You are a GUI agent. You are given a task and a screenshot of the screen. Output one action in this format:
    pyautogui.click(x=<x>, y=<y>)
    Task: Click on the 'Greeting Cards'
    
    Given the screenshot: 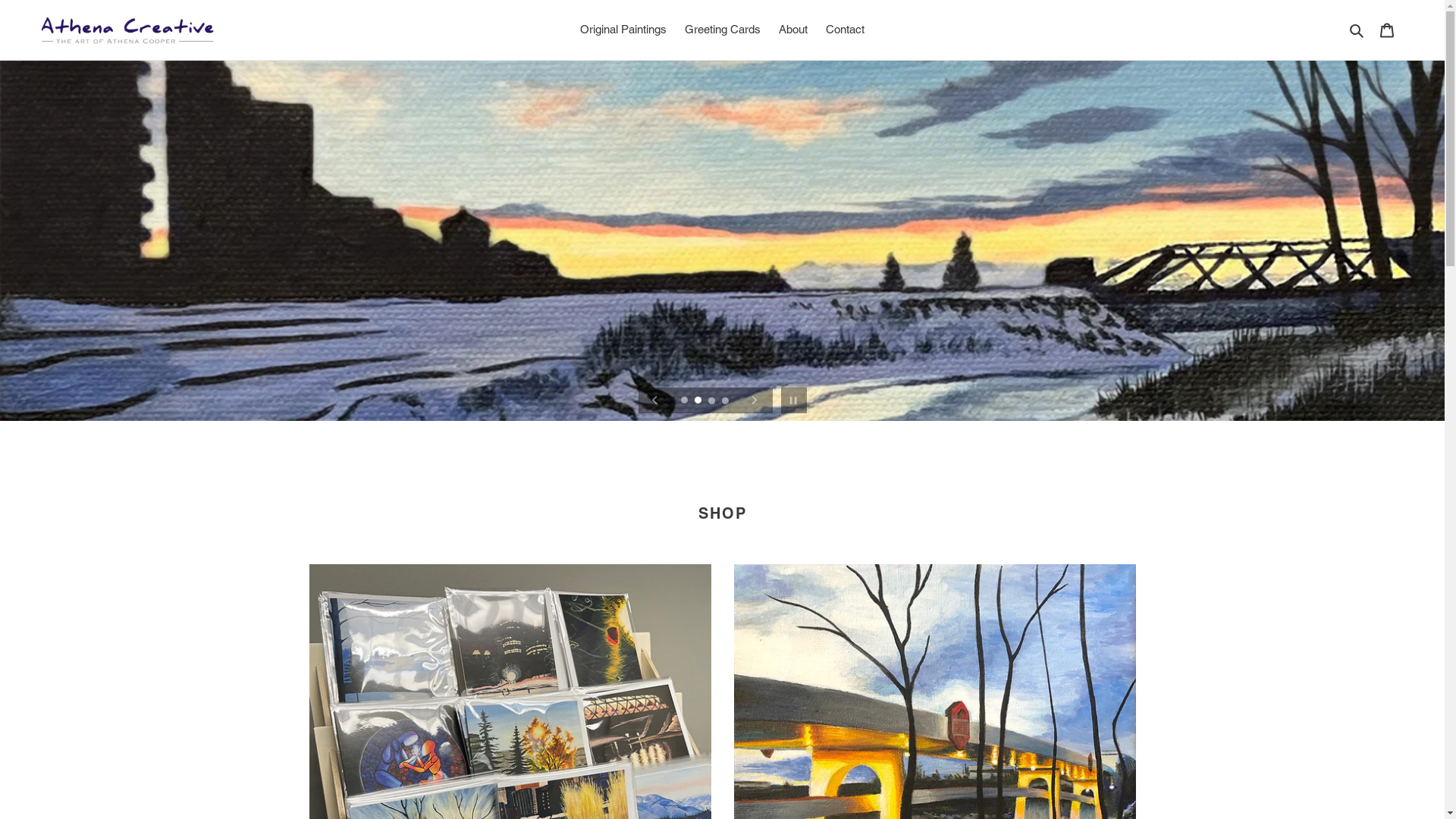 What is the action you would take?
    pyautogui.click(x=676, y=30)
    